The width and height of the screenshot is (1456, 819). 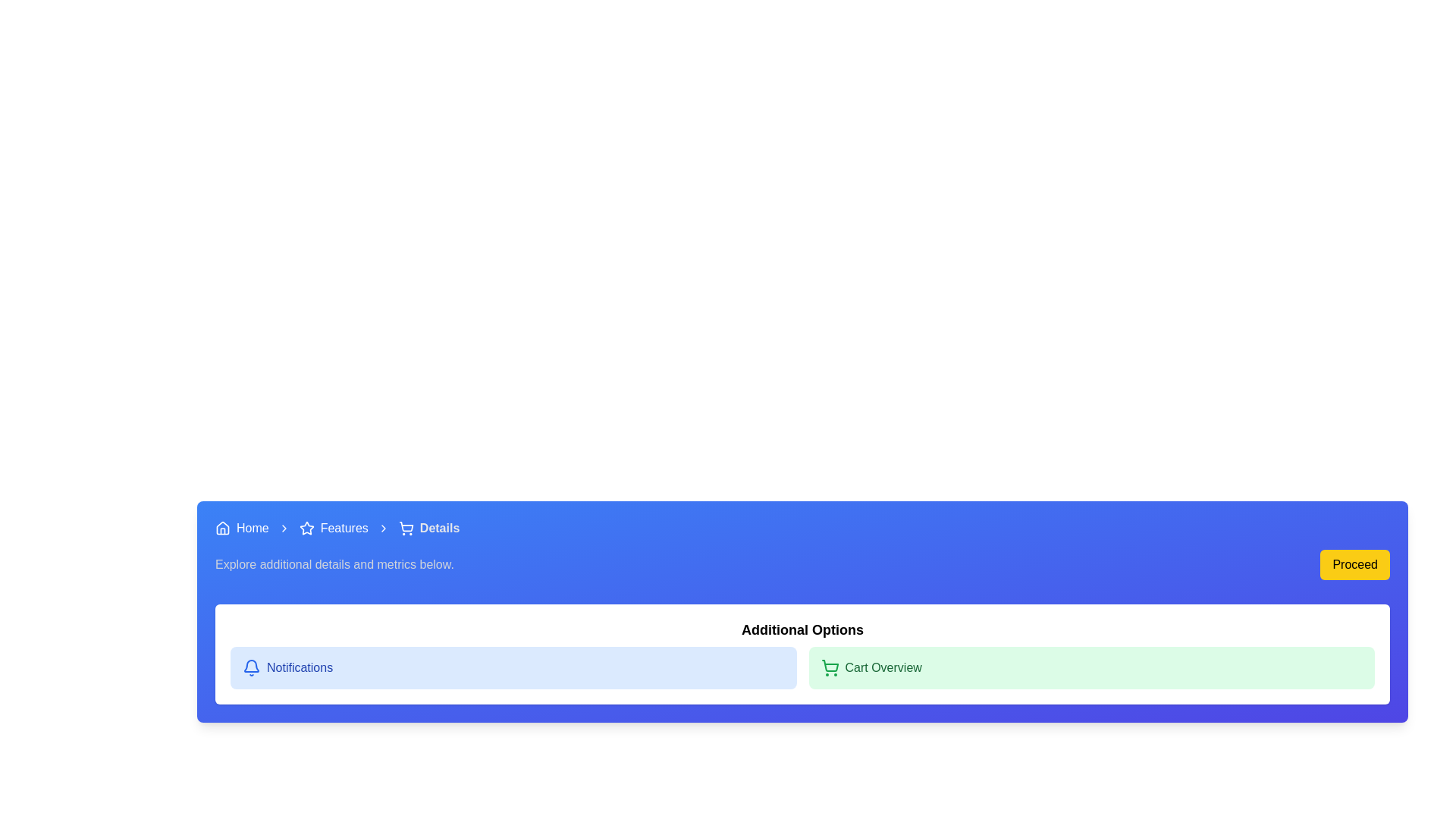 What do you see at coordinates (284, 528) in the screenshot?
I see `the separator icon in the breadcrumb navigation located between the 'Home' and 'Features' links at the top-left of the blue bar` at bounding box center [284, 528].